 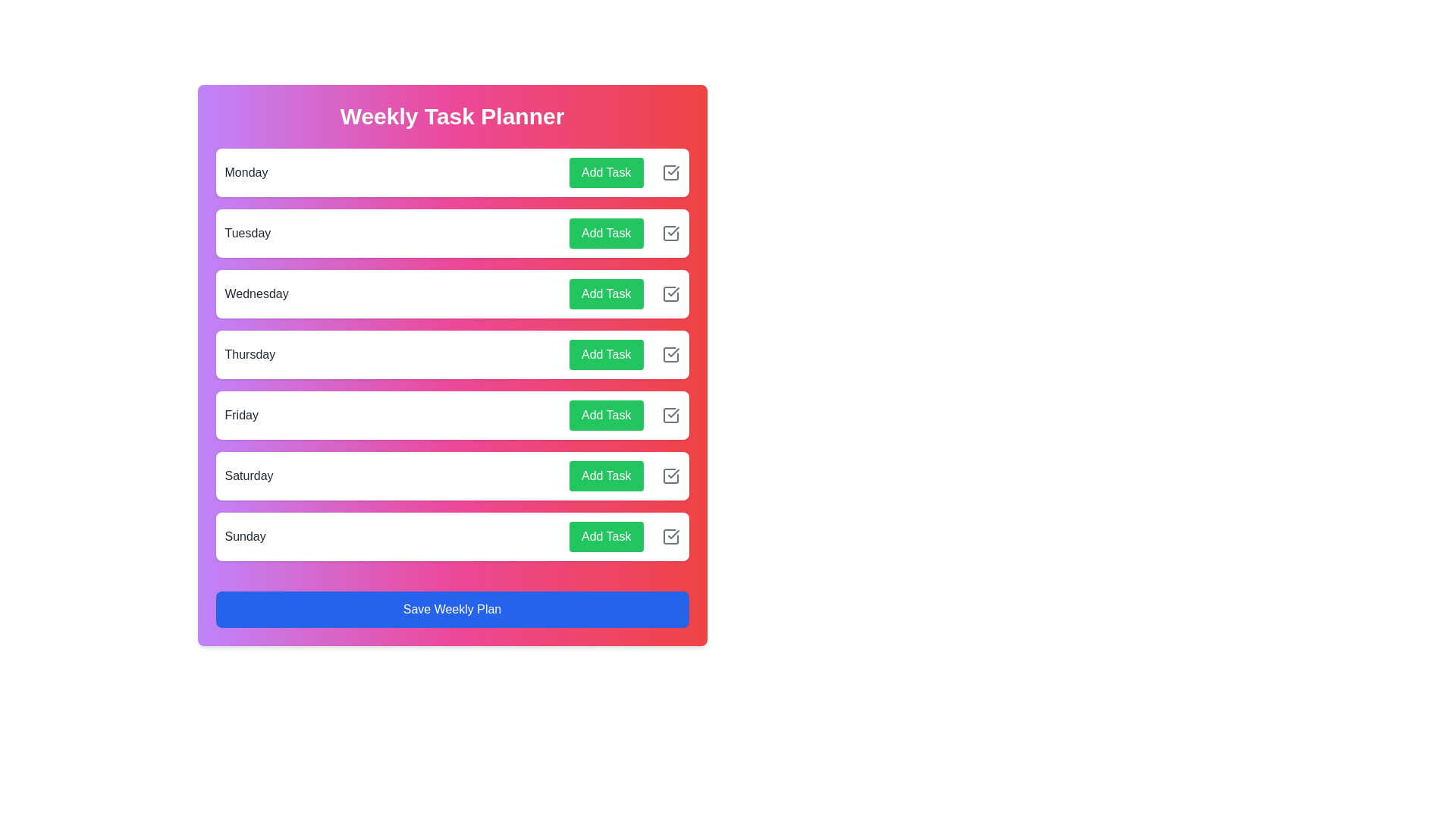 I want to click on the 'Add Task' button for Friday, so click(x=605, y=415).